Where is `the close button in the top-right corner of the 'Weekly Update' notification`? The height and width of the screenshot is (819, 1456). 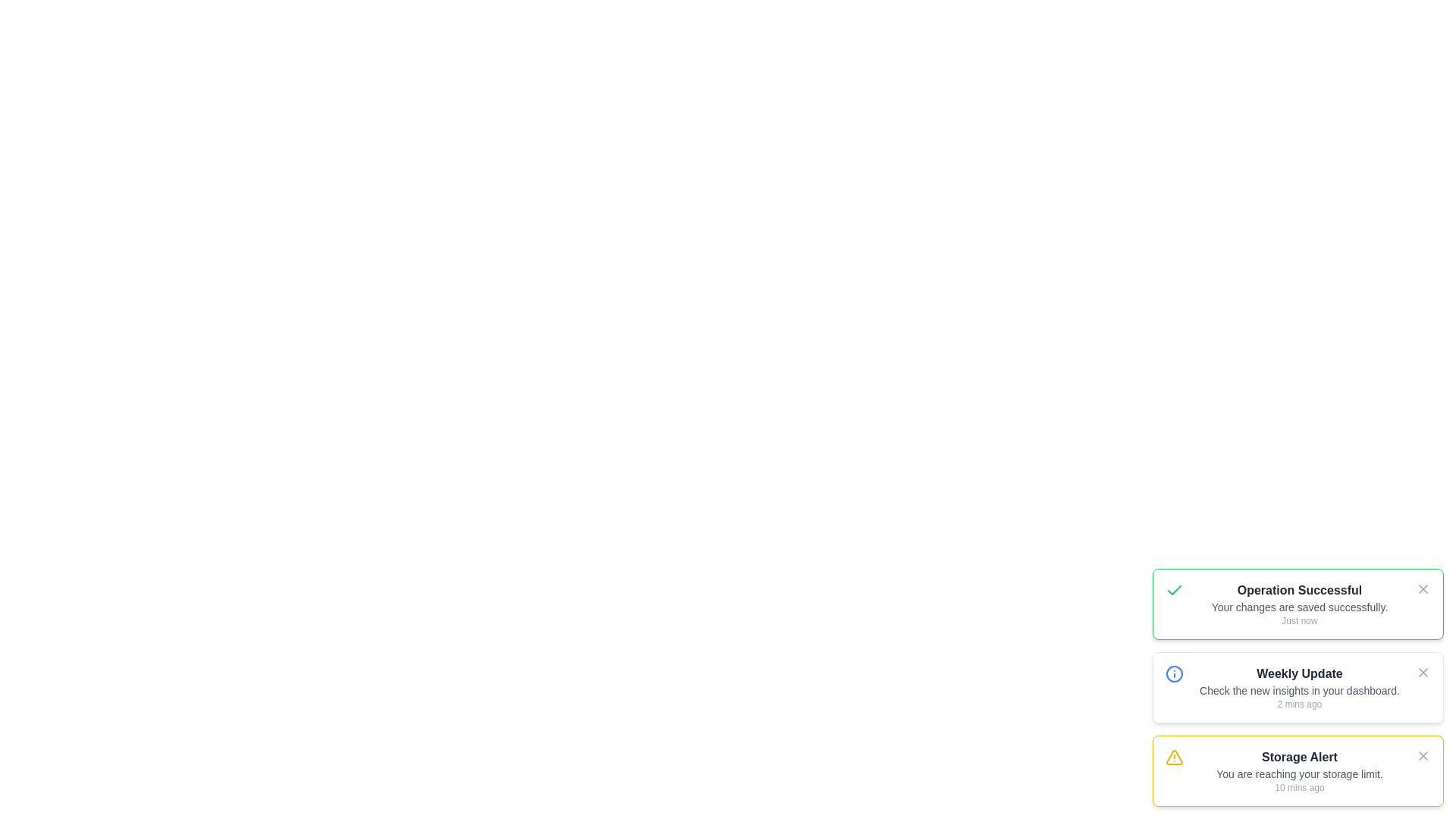
the close button in the top-right corner of the 'Weekly Update' notification is located at coordinates (1422, 672).